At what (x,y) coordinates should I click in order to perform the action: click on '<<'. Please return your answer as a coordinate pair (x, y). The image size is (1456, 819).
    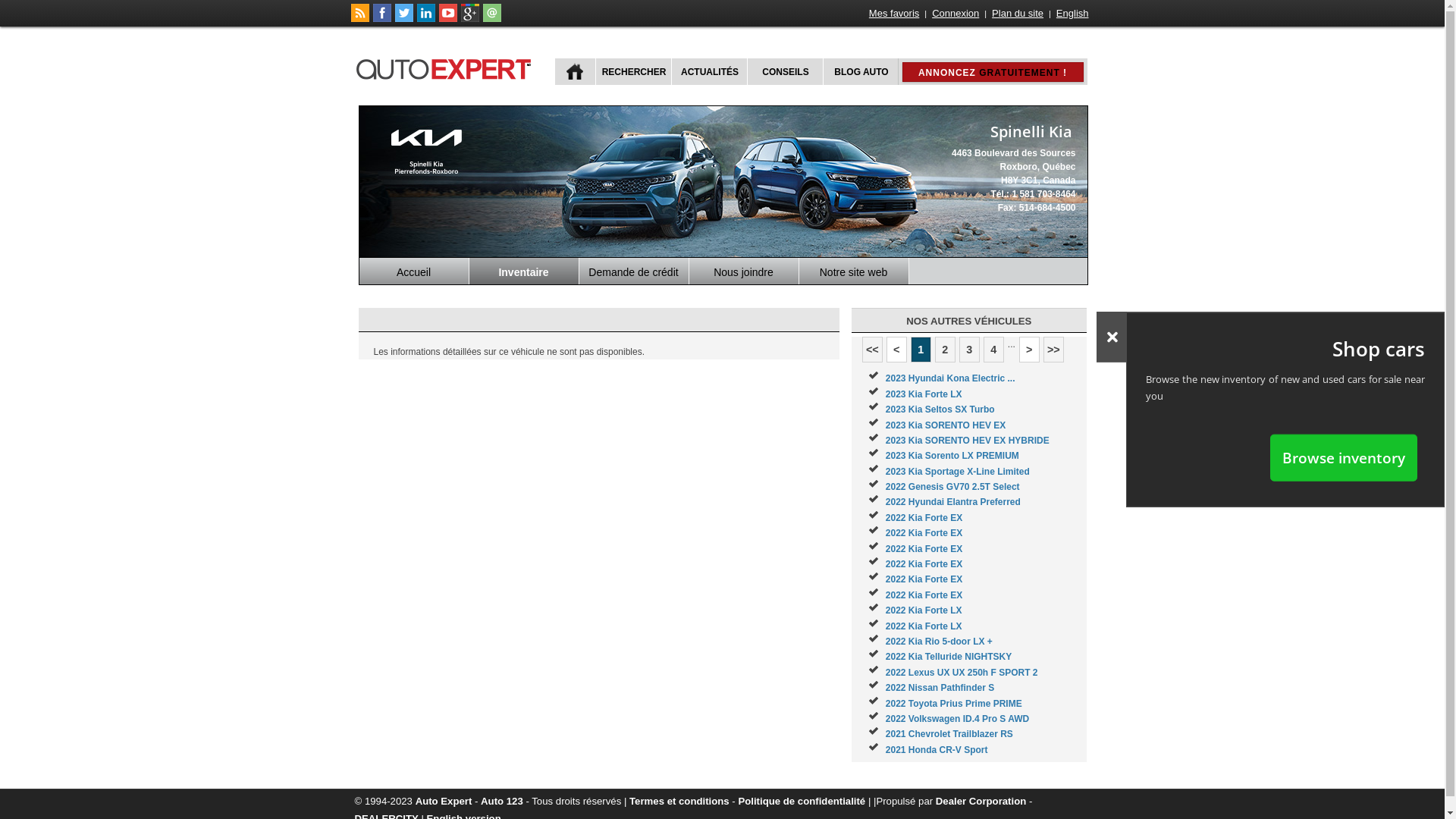
    Looking at the image, I should click on (872, 350).